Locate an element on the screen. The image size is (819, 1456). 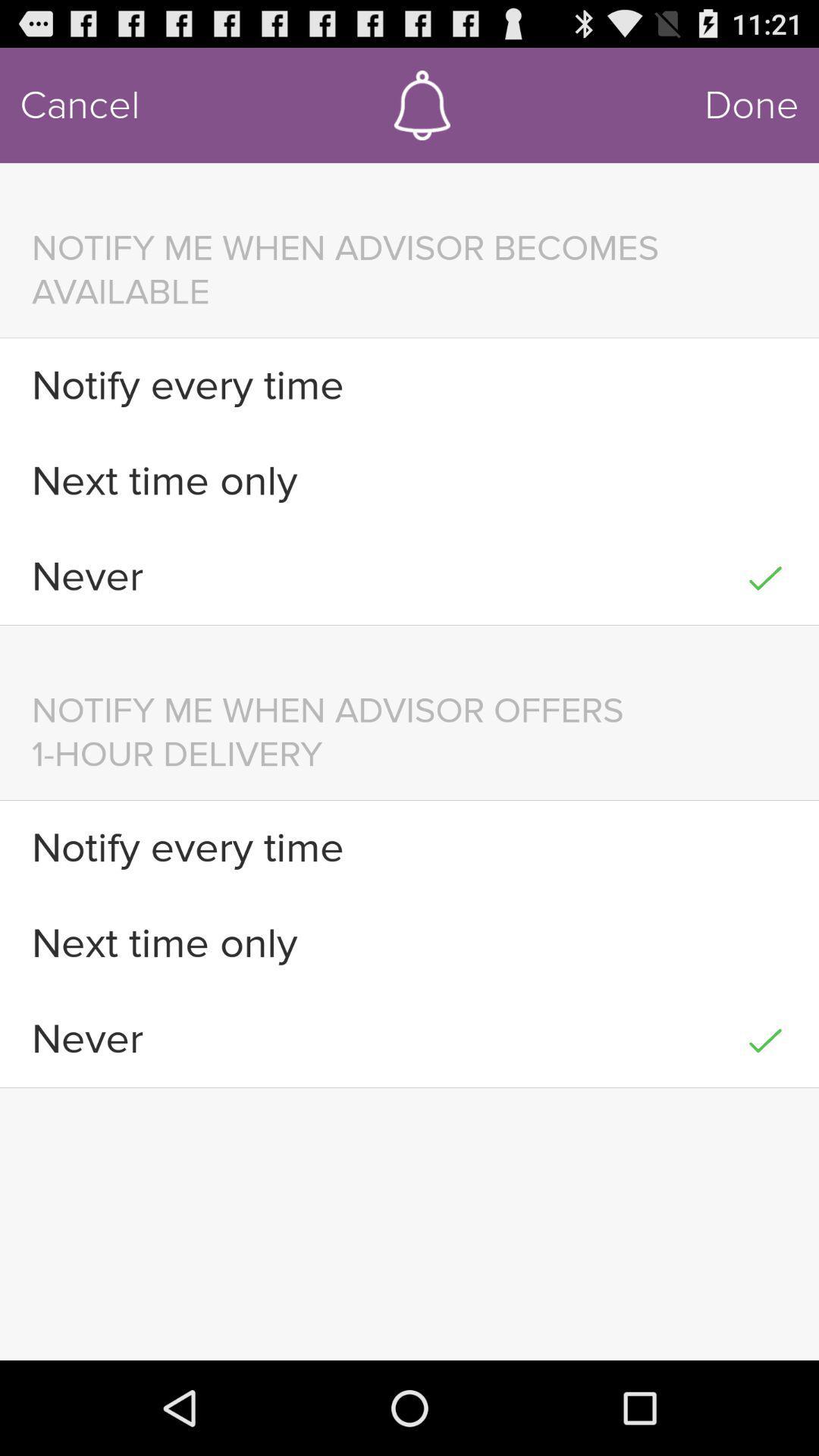
the item above notify me when icon is located at coordinates (752, 105).